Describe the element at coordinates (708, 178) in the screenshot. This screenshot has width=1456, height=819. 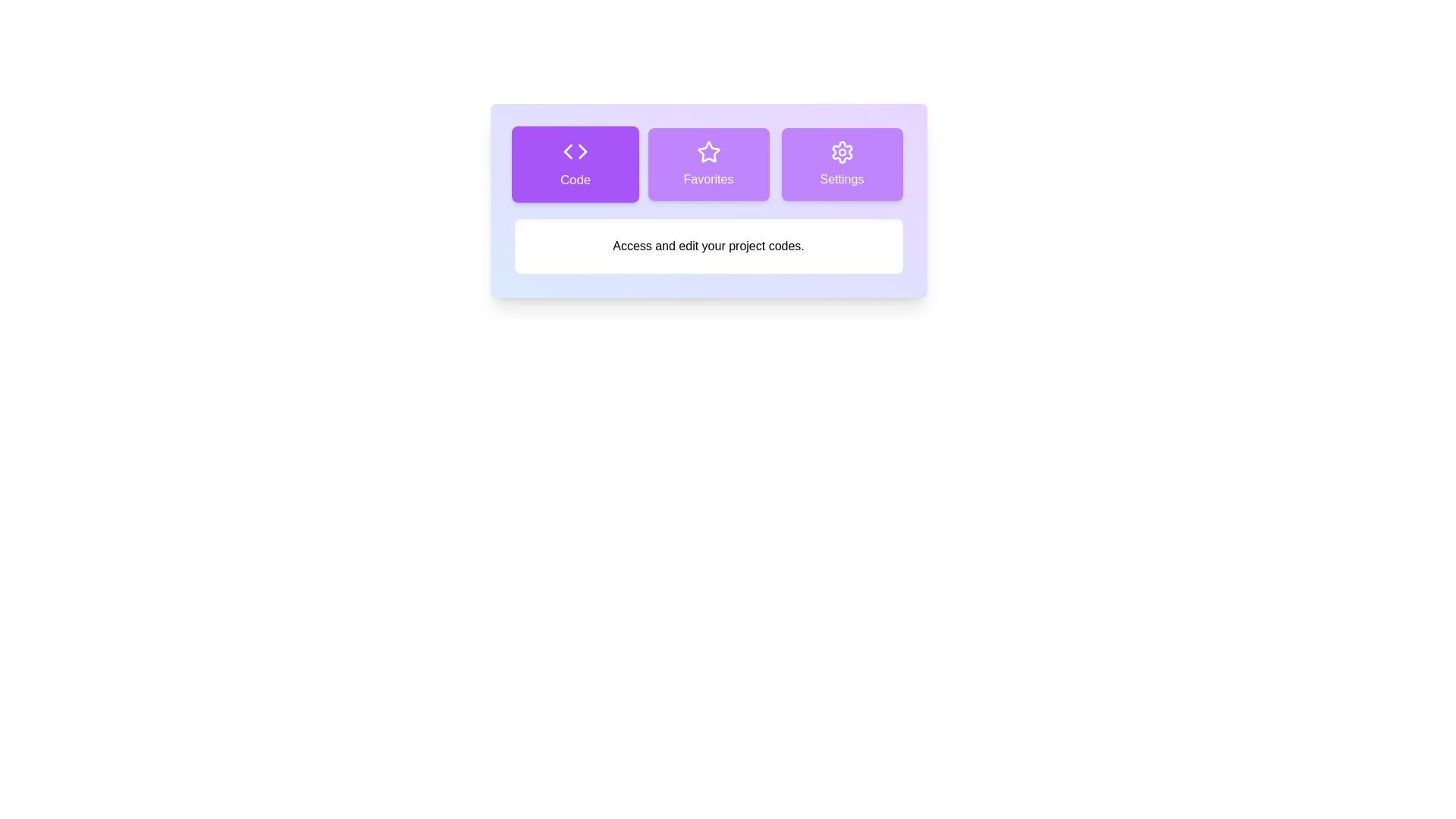
I see `the label indicating 'Favorites' located in the middle of the second card, below the star icon` at that location.